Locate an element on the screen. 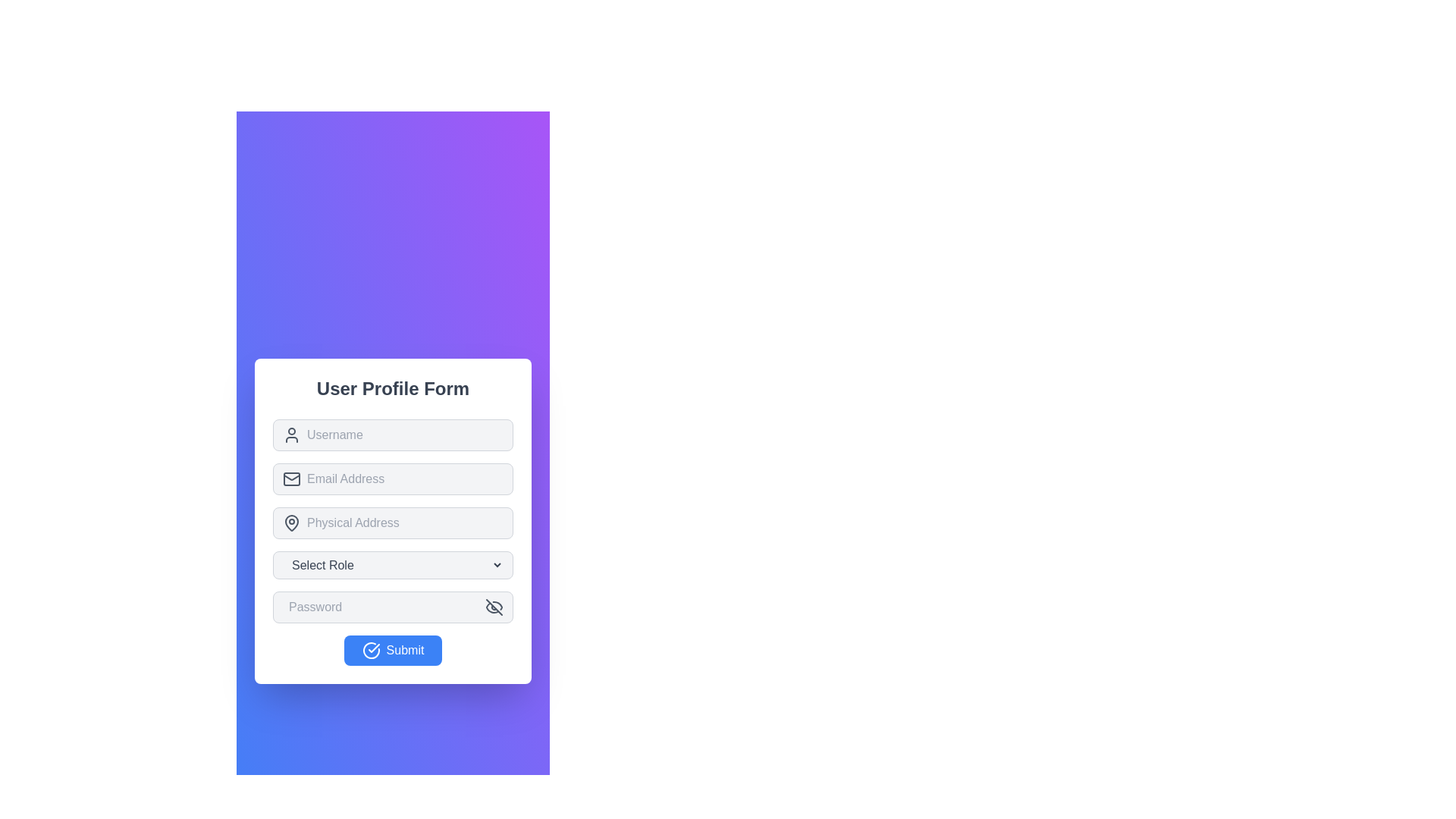  the rectangular blue 'Submit' button with white text and a checkmark icon is located at coordinates (393, 649).